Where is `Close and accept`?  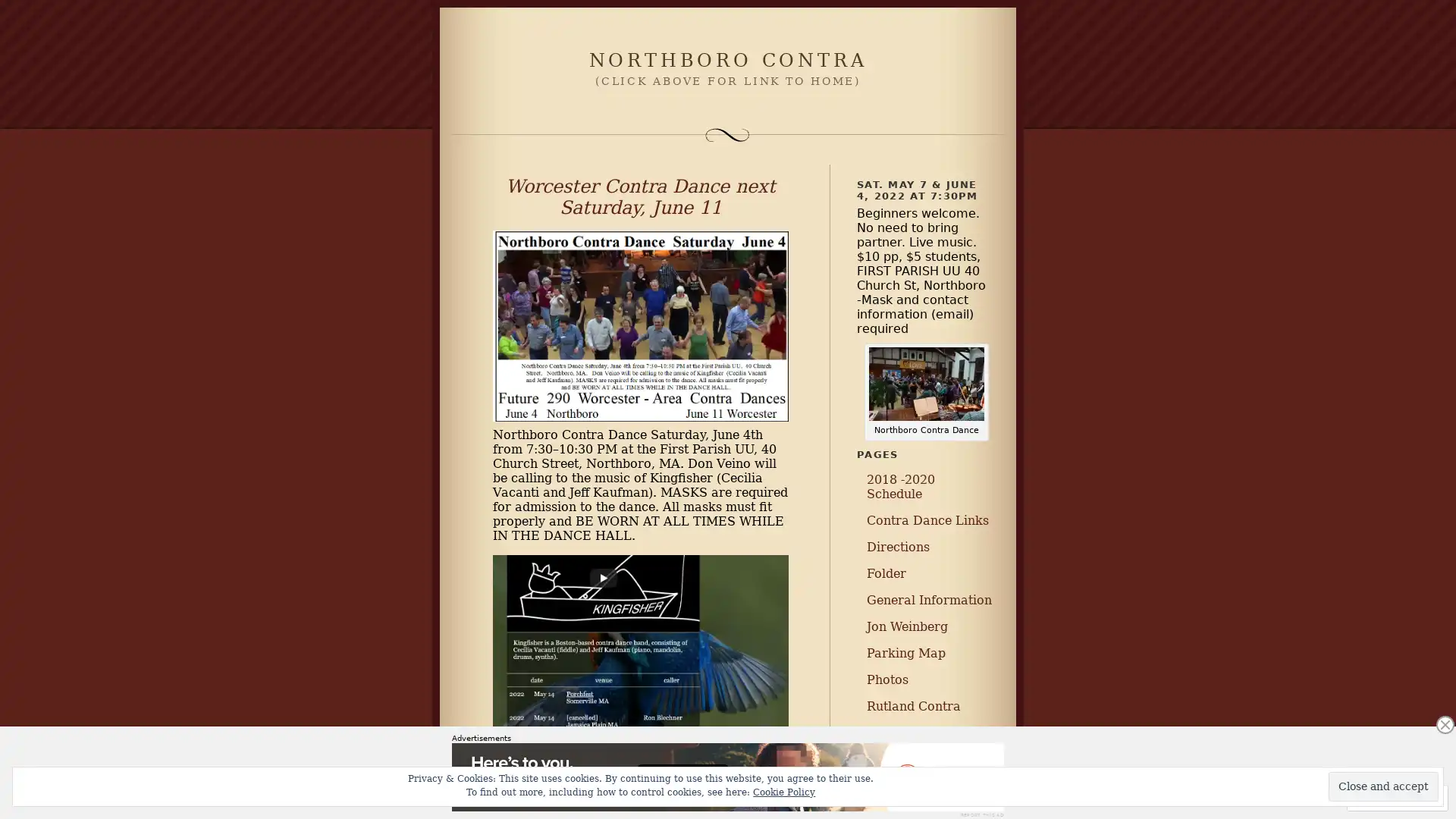 Close and accept is located at coordinates (1383, 786).